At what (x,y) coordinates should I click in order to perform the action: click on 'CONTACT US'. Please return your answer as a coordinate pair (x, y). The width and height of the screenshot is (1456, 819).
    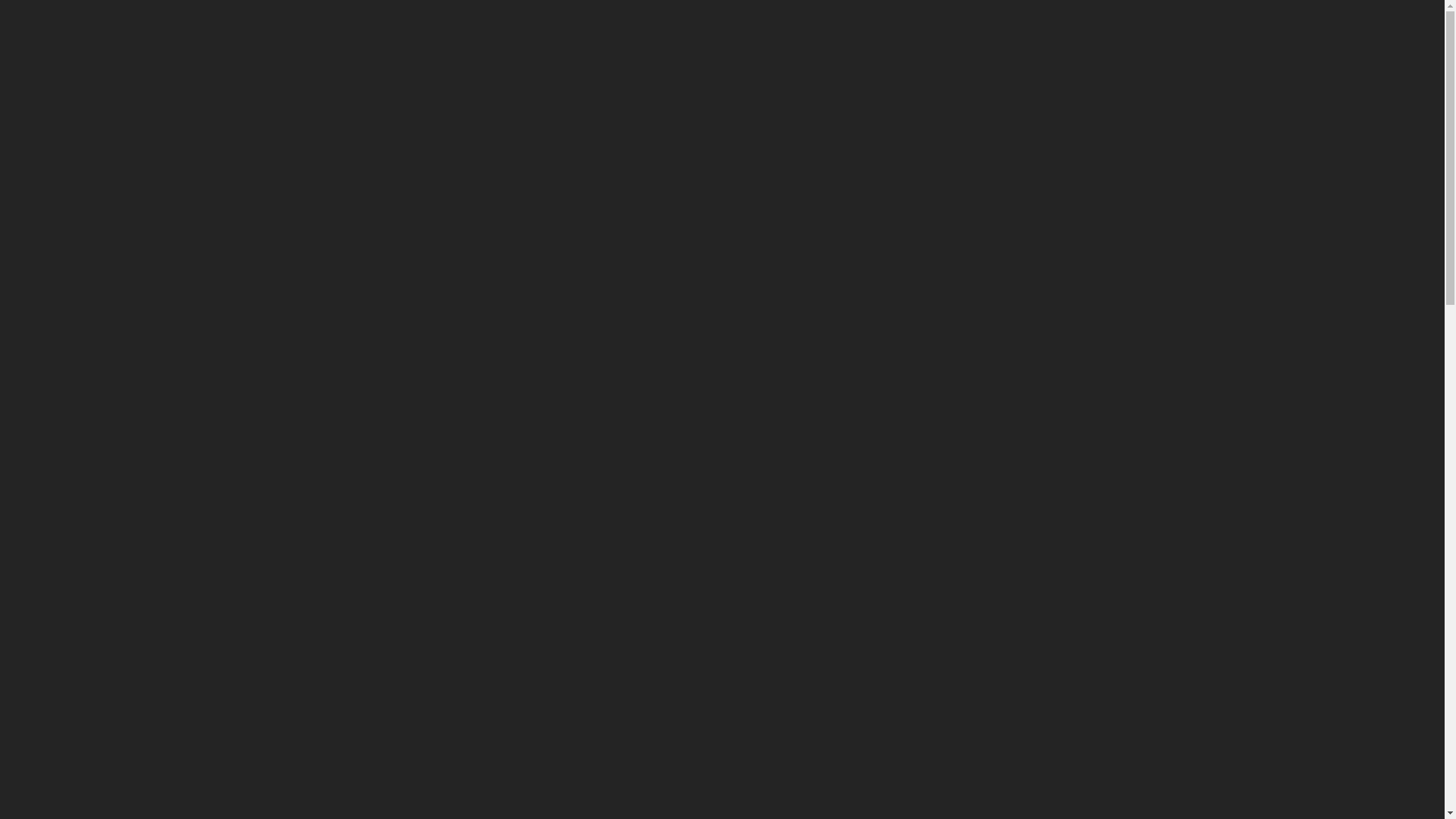
    Looking at the image, I should click on (673, 83).